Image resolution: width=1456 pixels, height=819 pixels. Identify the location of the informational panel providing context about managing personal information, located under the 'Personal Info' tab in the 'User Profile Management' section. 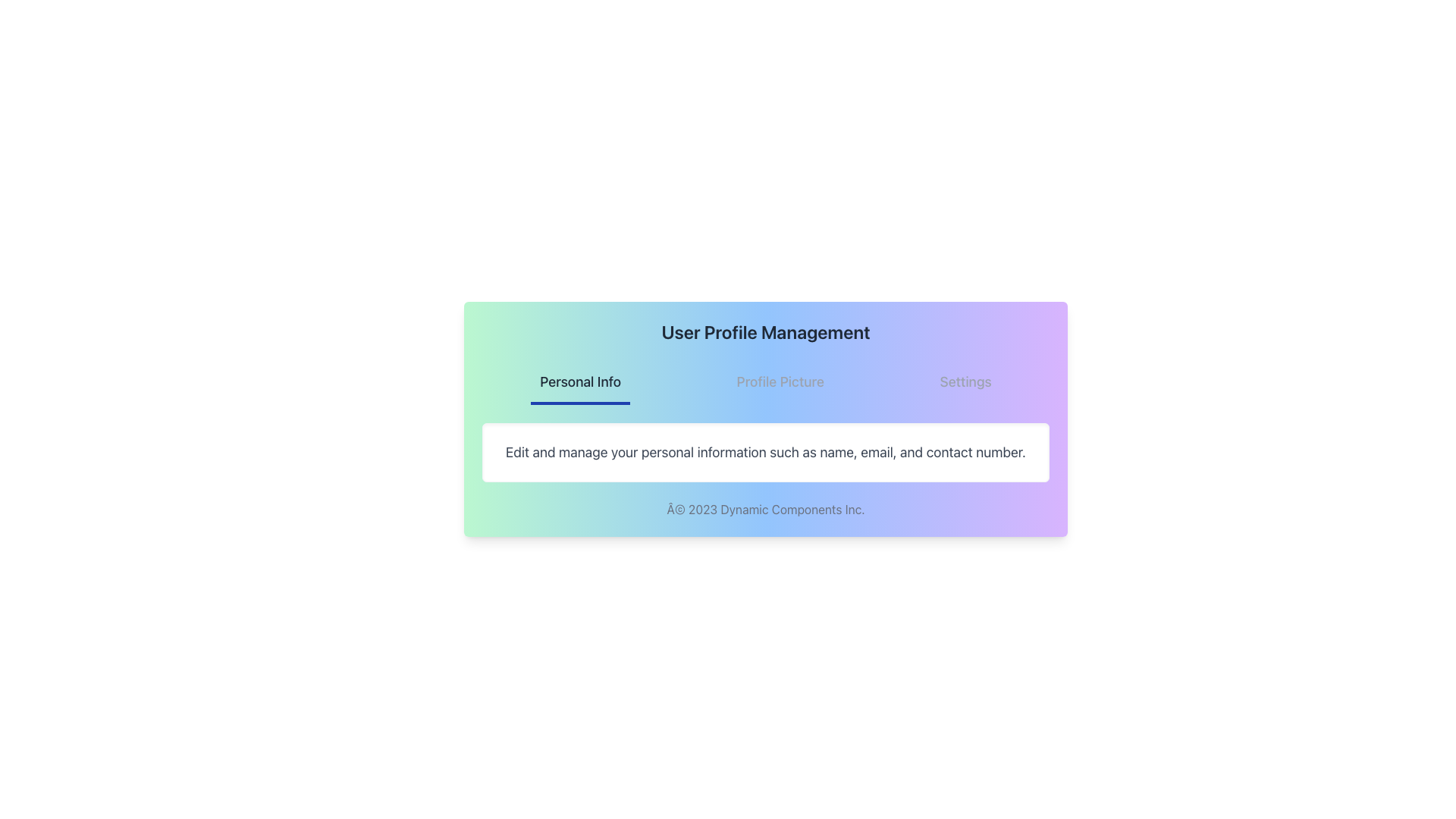
(765, 452).